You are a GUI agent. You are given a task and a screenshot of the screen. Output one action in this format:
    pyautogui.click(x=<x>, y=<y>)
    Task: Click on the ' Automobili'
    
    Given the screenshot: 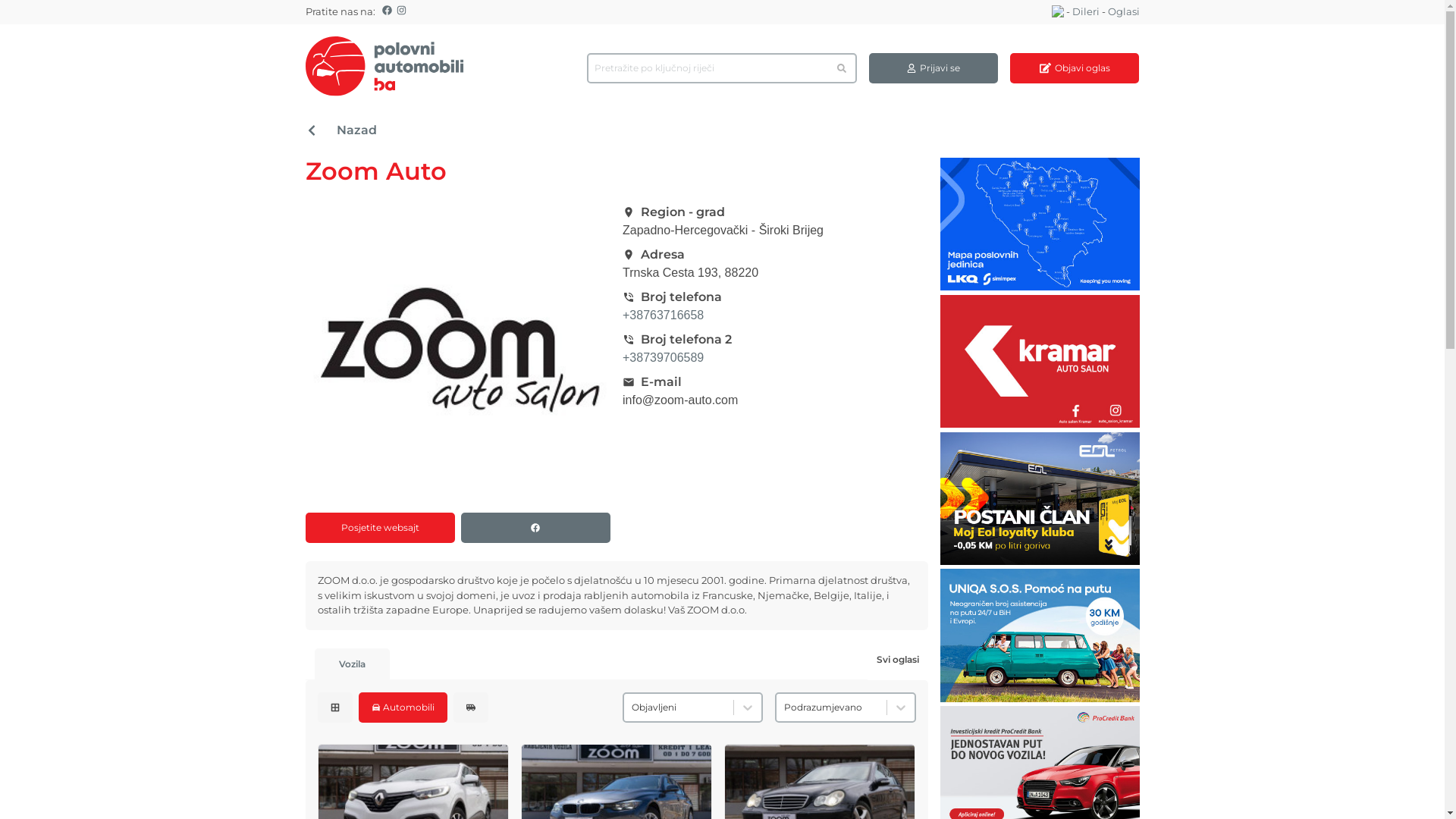 What is the action you would take?
    pyautogui.click(x=356, y=707)
    